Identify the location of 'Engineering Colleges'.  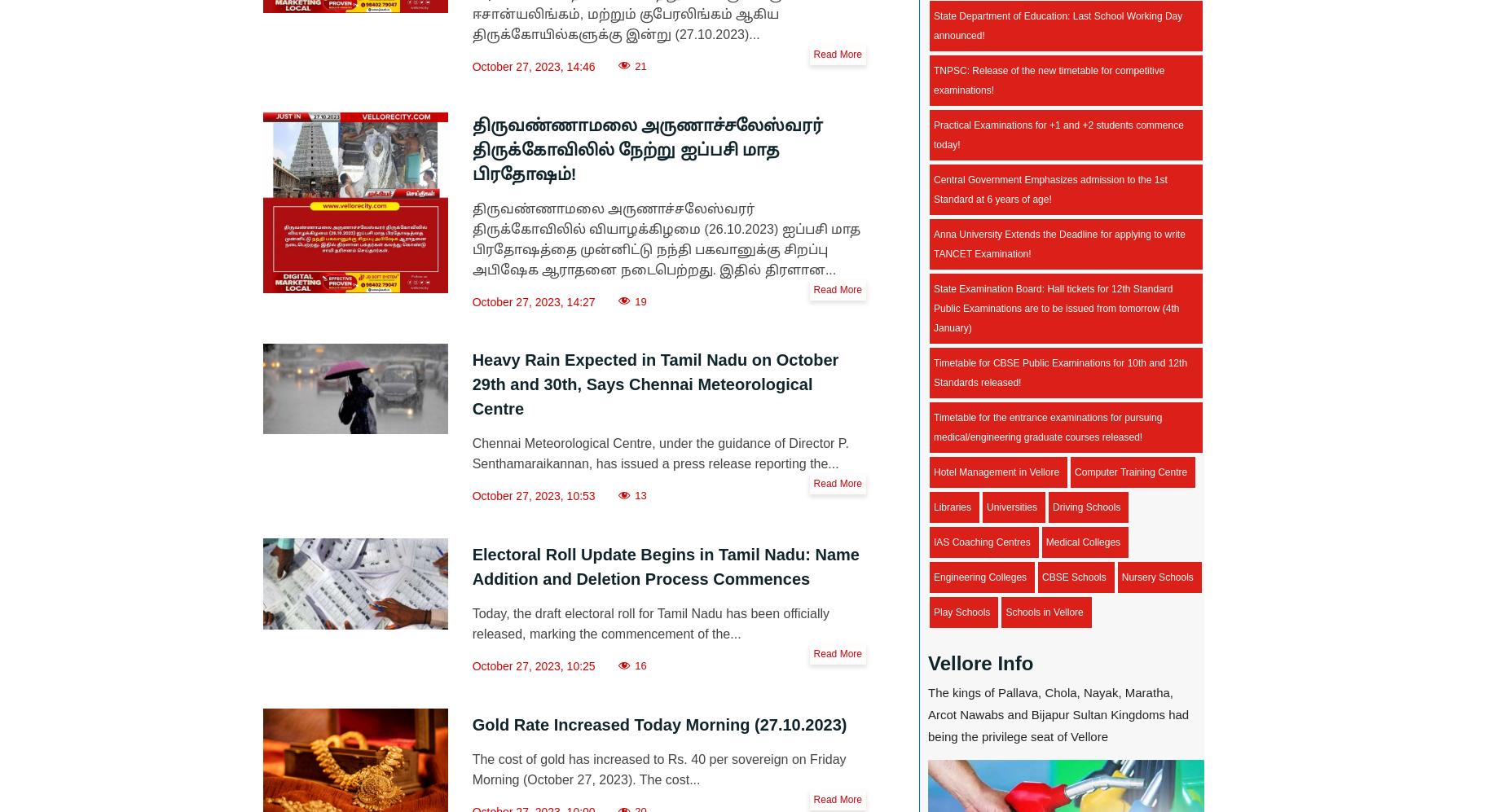
(934, 576).